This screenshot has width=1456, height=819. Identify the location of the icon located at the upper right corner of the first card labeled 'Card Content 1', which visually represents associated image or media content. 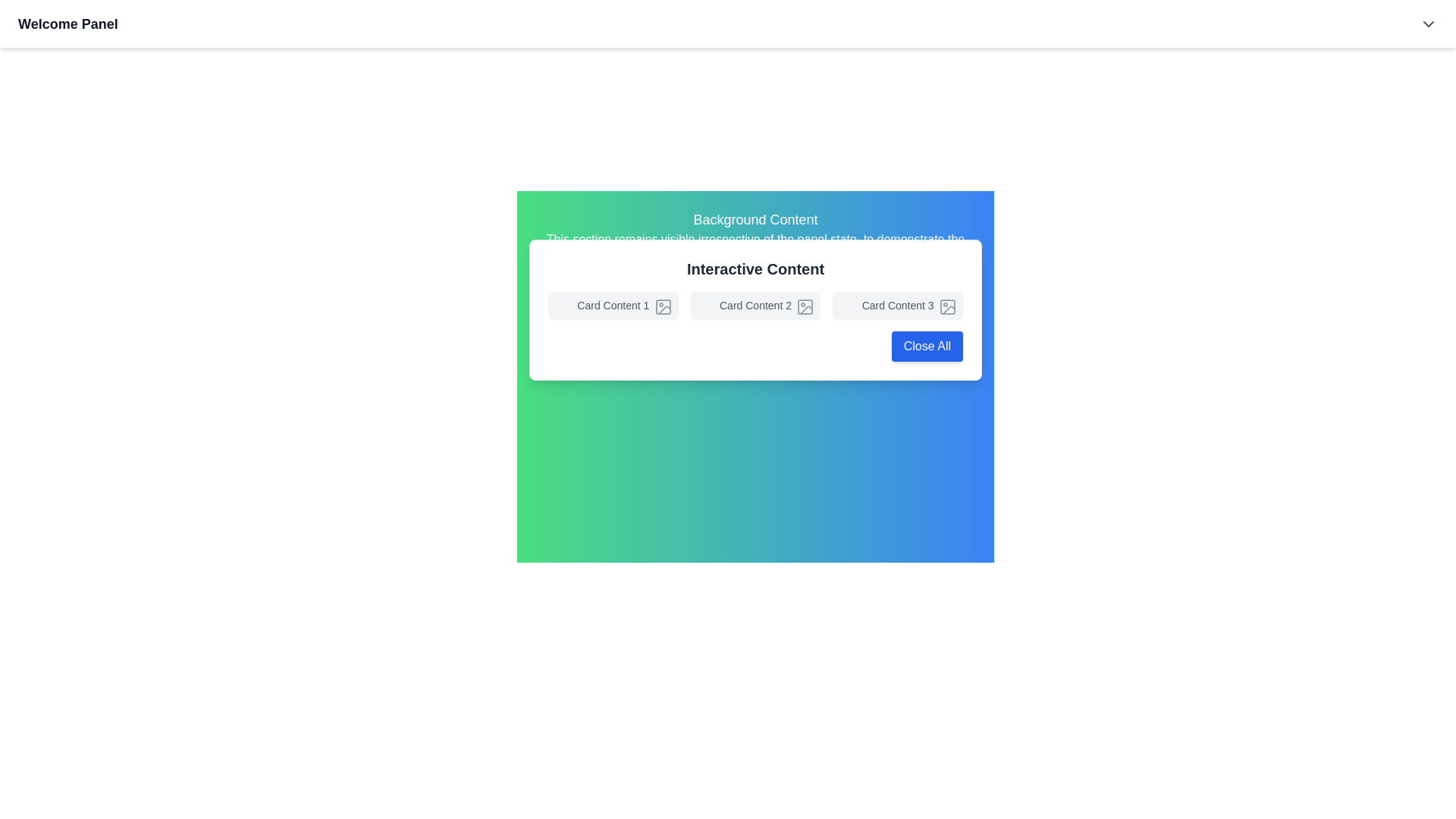
(663, 307).